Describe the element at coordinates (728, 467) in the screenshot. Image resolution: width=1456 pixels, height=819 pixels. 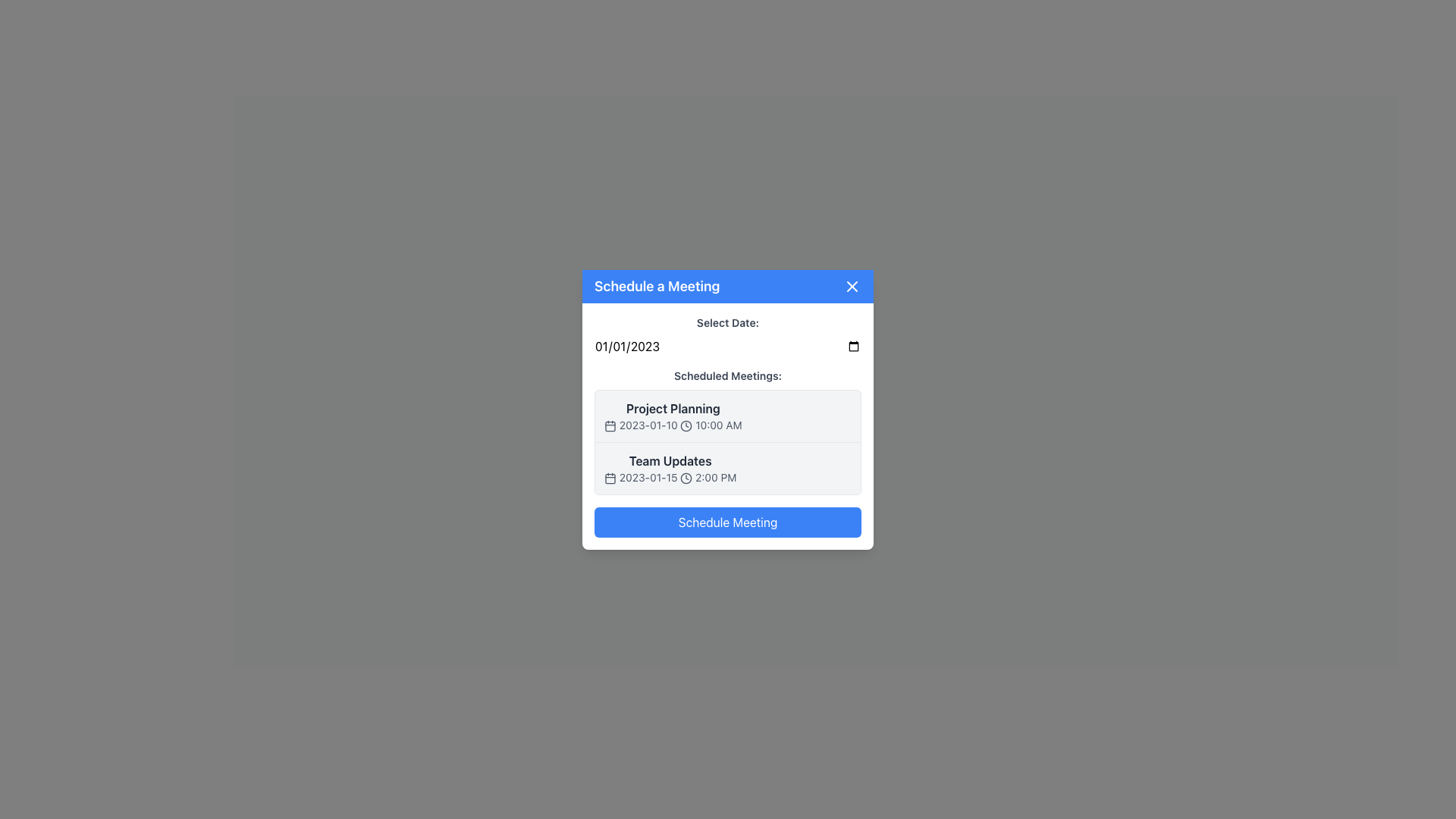
I see `the list item displaying information about the scheduled meeting titled 'Team Updates'` at that location.